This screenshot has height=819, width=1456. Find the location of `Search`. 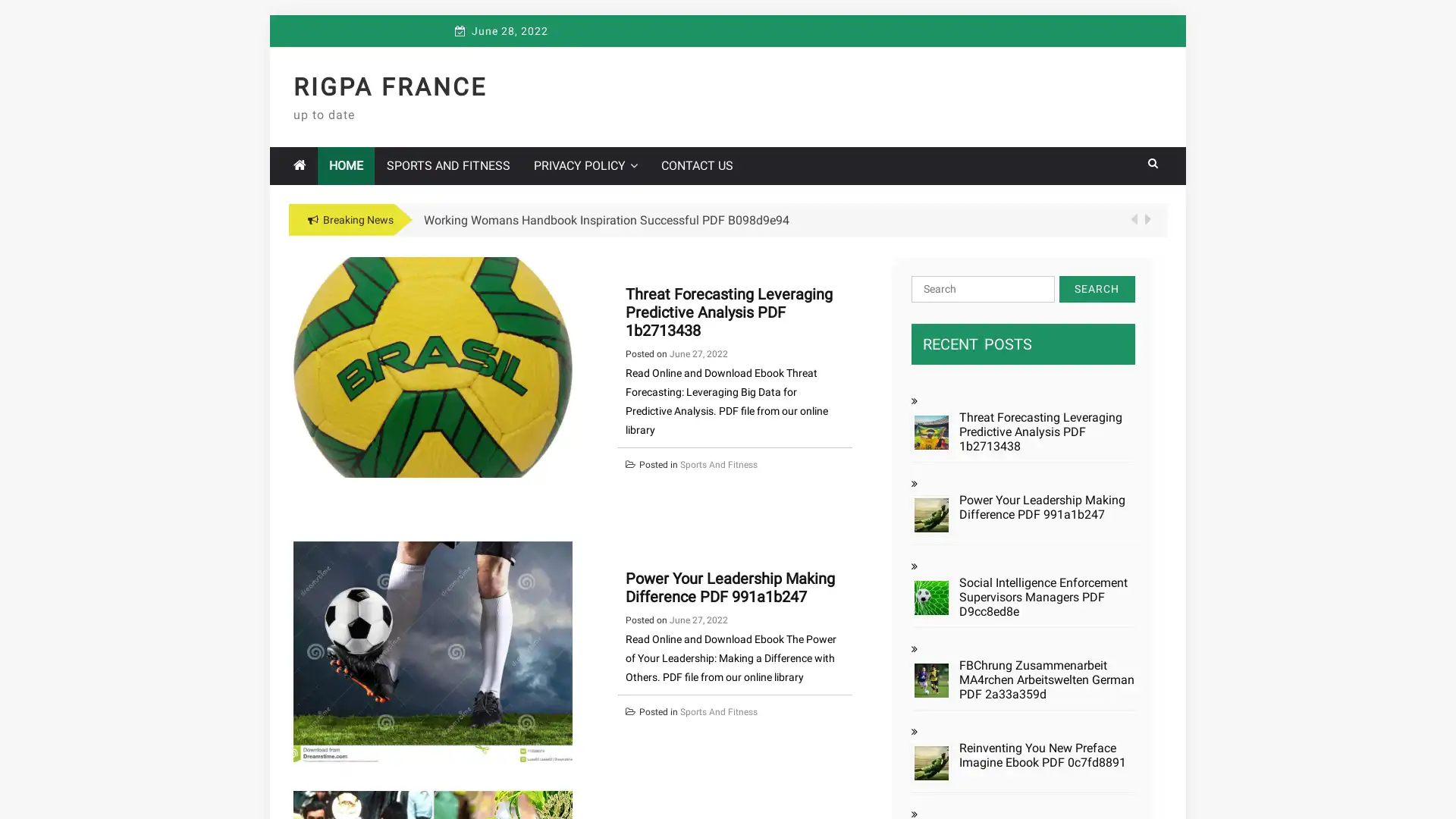

Search is located at coordinates (1096, 288).